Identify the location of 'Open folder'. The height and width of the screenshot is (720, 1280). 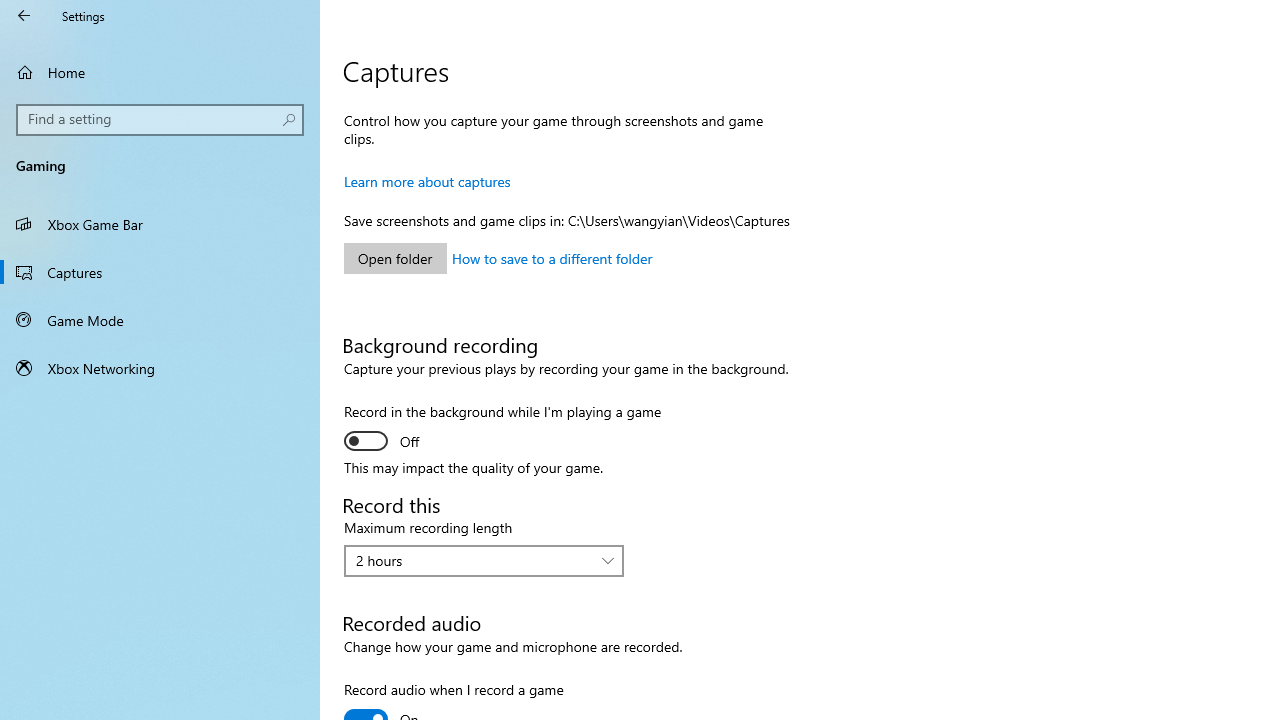
(395, 257).